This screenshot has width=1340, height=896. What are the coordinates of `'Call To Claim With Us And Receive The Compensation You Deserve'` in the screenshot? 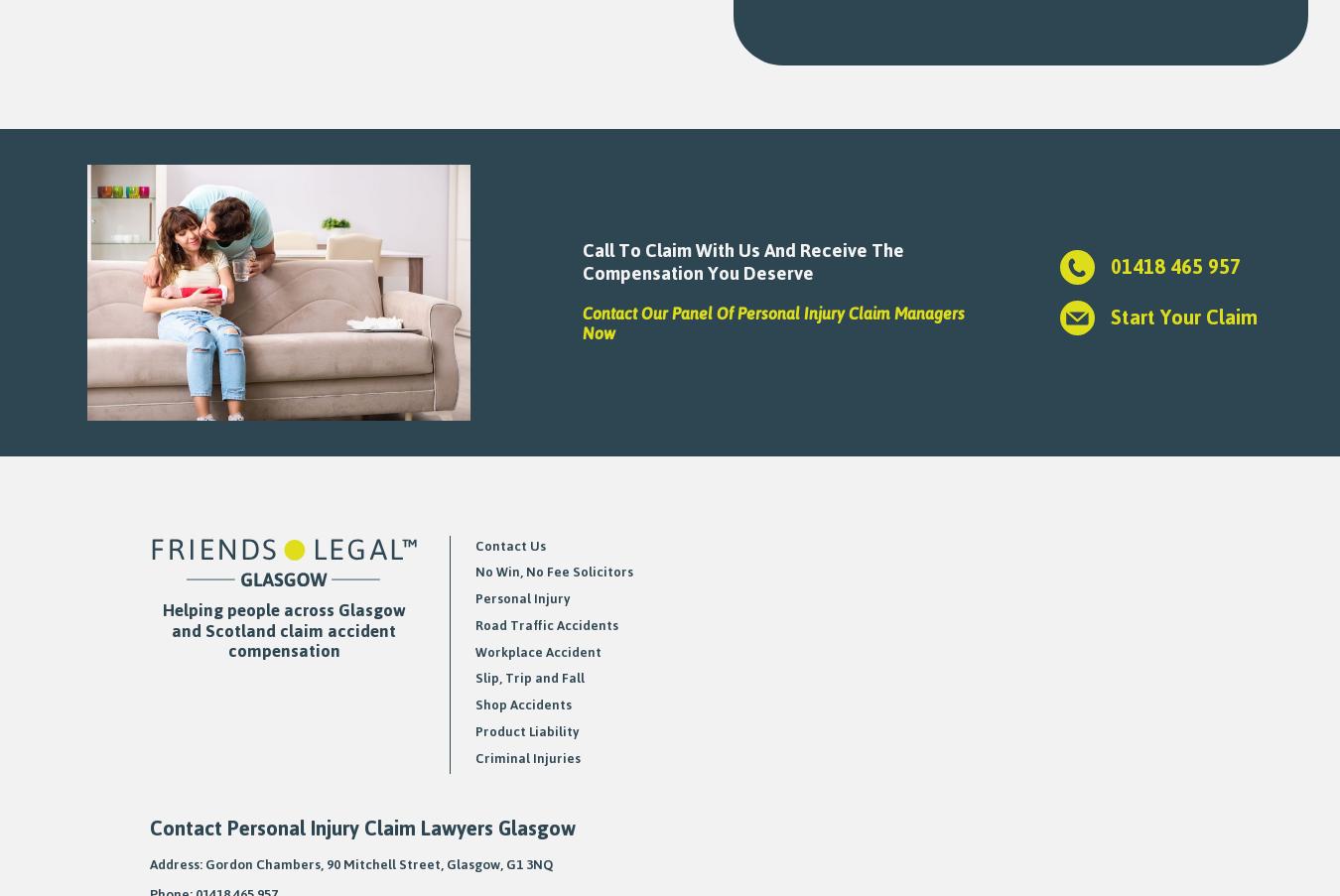 It's located at (741, 260).